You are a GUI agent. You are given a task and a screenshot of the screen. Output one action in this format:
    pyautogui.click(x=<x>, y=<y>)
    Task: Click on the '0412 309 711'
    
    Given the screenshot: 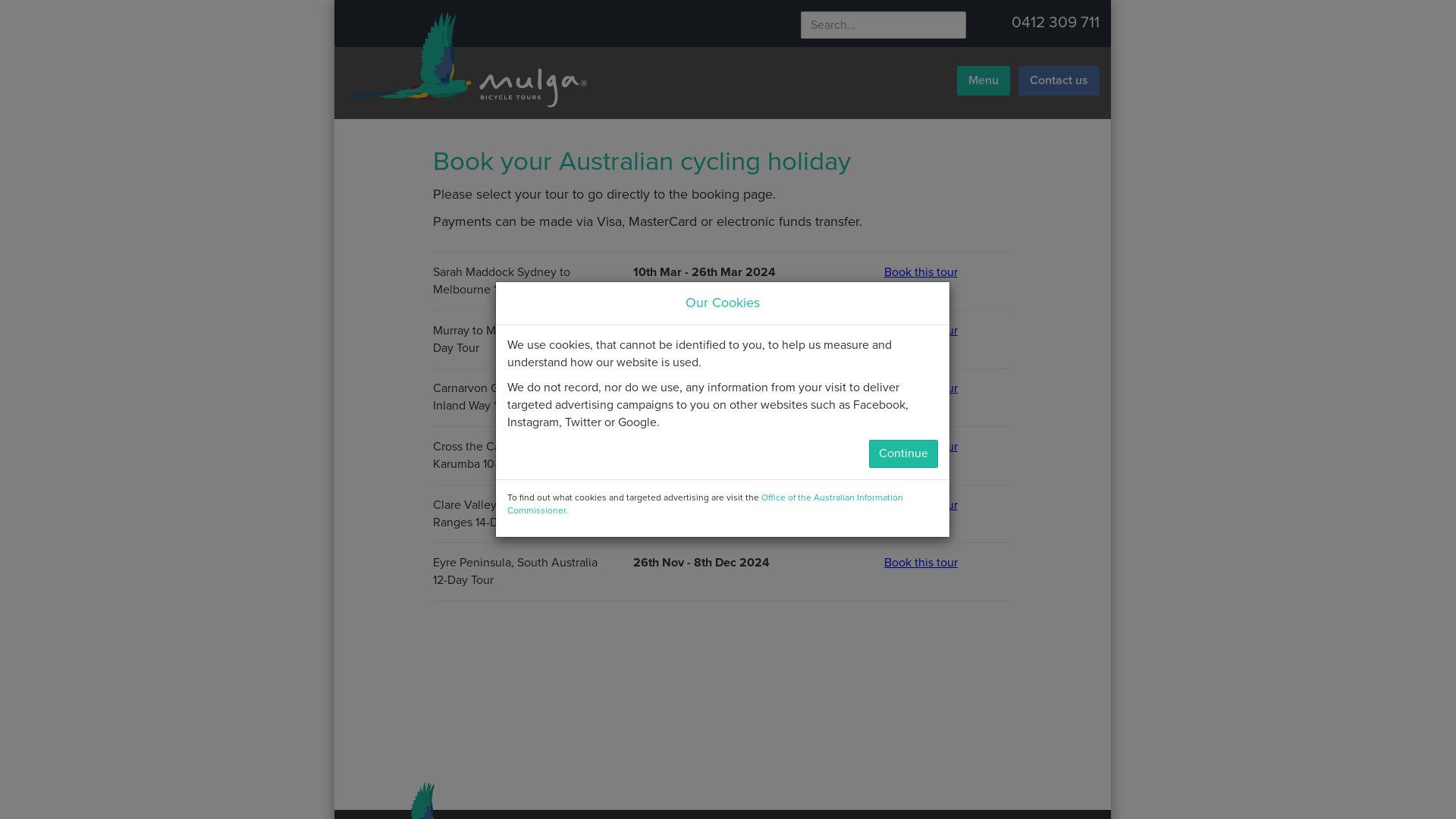 What is the action you would take?
    pyautogui.click(x=1012, y=22)
    